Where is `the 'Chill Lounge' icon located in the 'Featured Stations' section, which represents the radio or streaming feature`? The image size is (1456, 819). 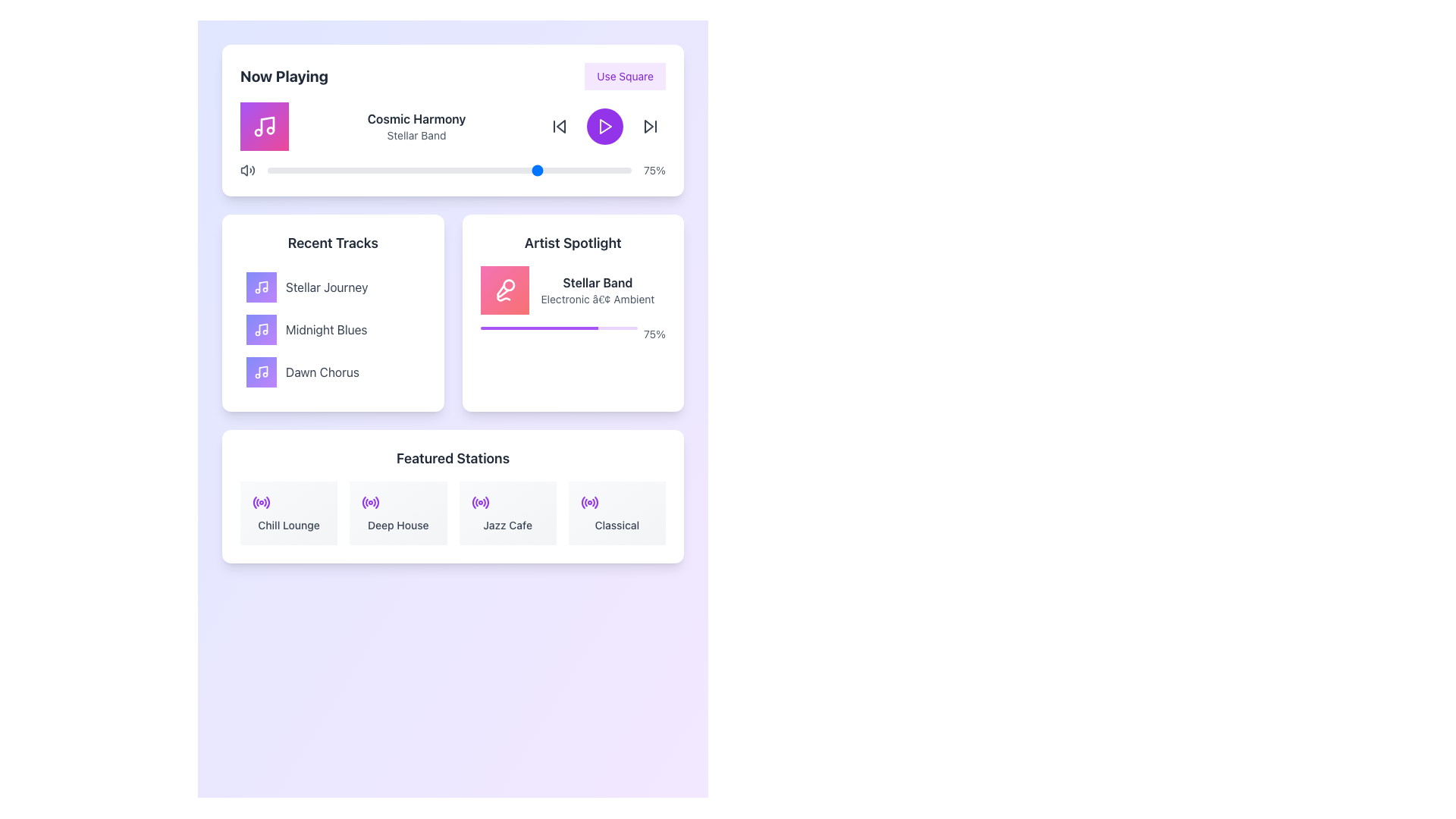
the 'Chill Lounge' icon located in the 'Featured Stations' section, which represents the radio or streaming feature is located at coordinates (262, 503).